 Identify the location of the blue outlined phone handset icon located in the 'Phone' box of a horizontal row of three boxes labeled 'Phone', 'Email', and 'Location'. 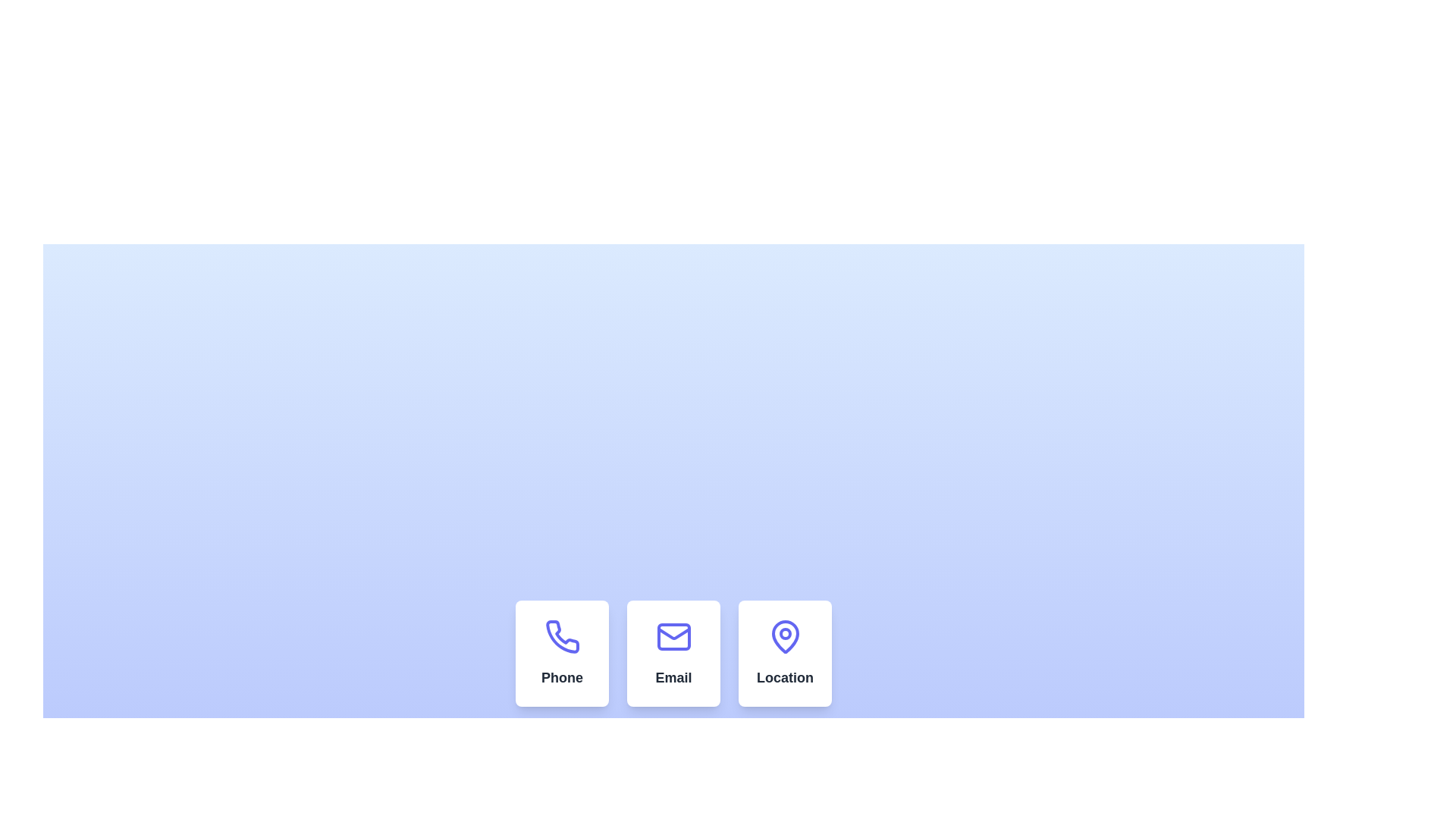
(561, 636).